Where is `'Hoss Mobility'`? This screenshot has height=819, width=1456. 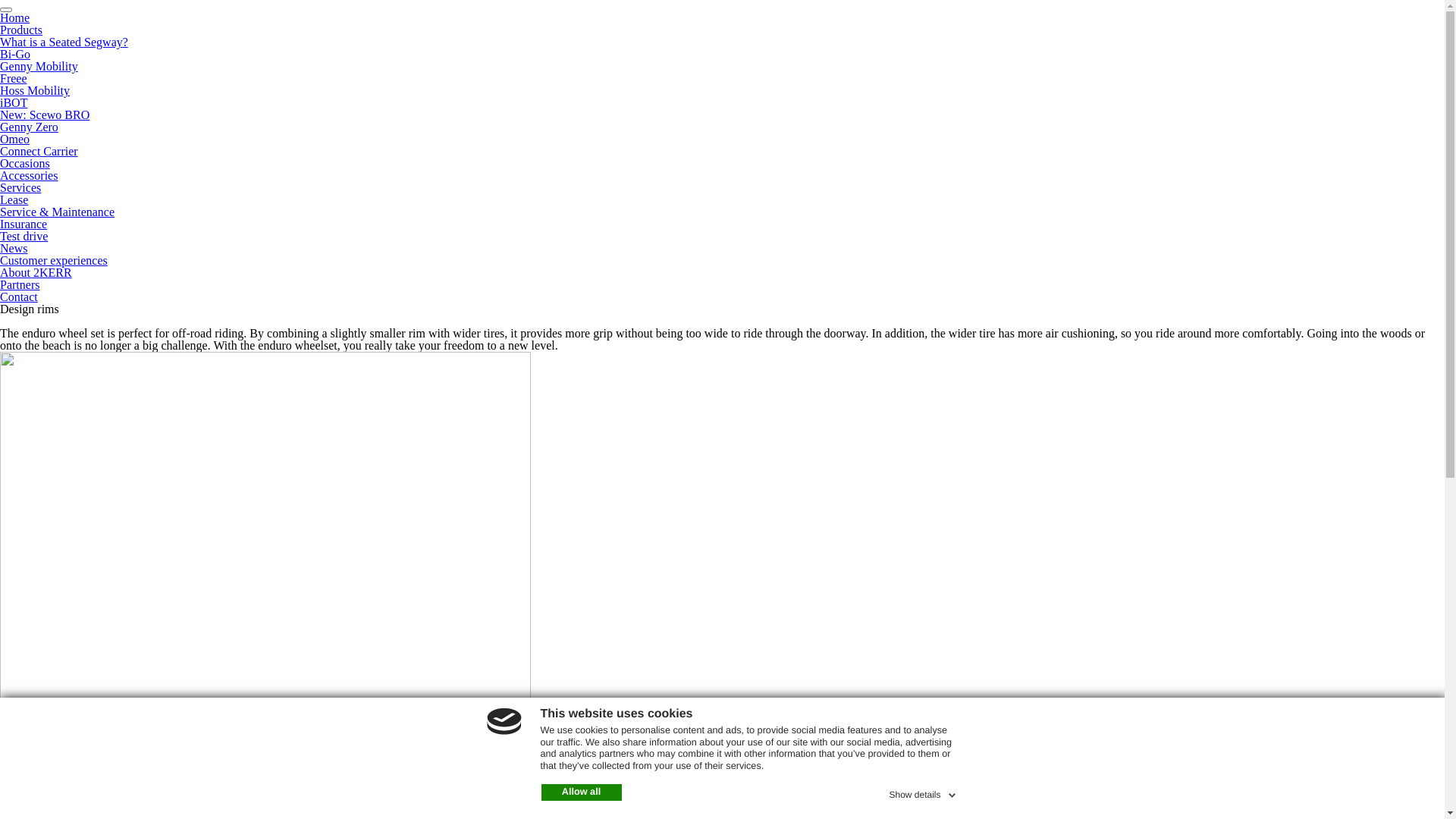 'Hoss Mobility' is located at coordinates (0, 90).